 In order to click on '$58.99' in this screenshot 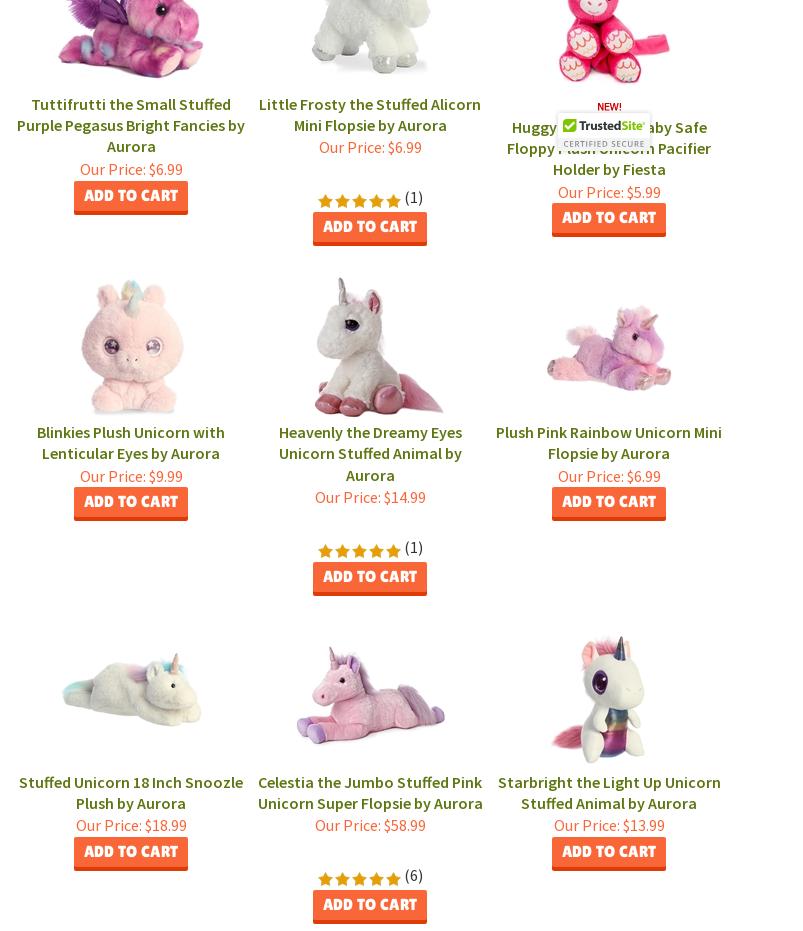, I will do `click(402, 823)`.